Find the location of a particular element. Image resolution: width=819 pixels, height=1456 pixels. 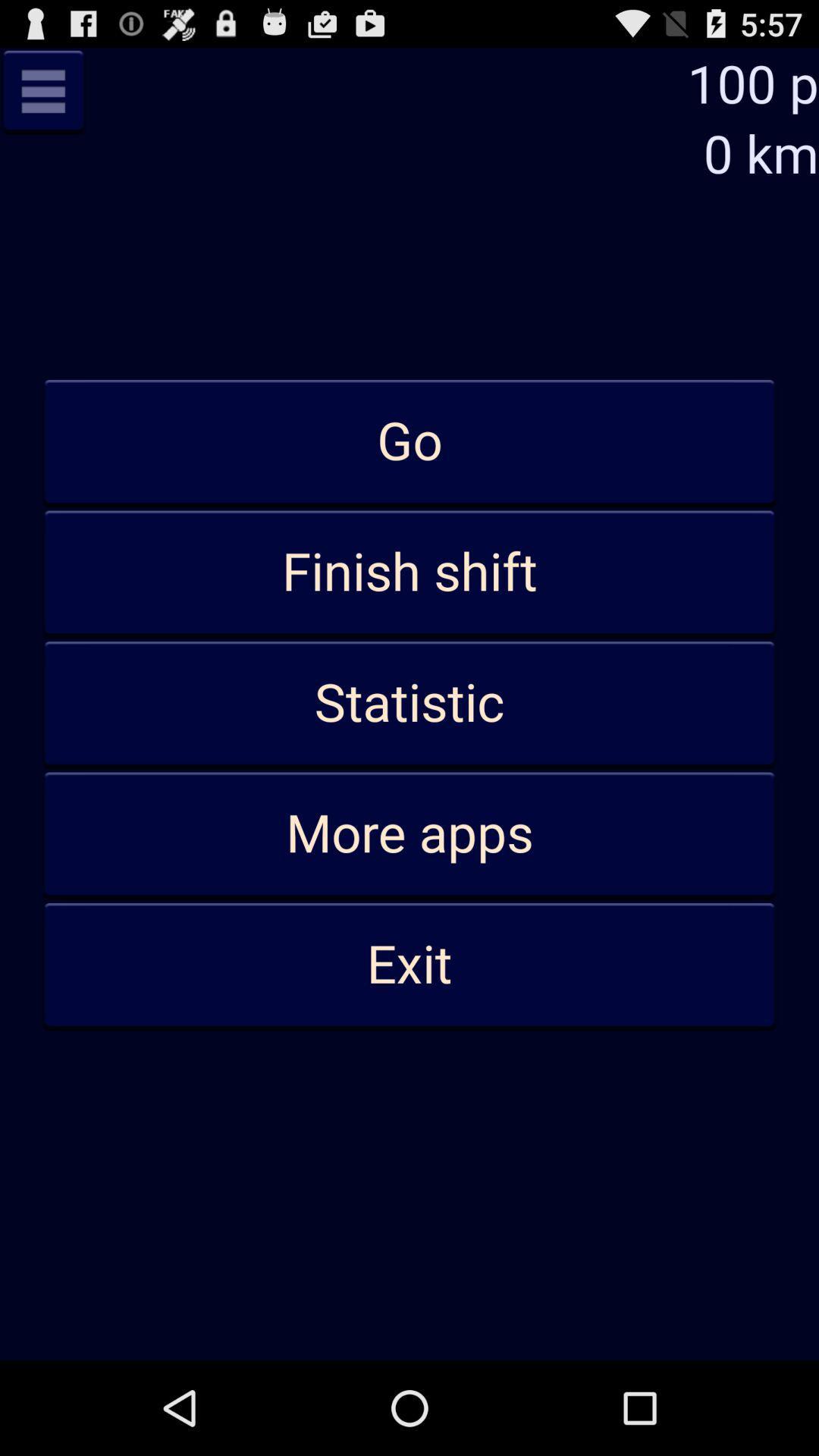

the exit icon is located at coordinates (409, 965).